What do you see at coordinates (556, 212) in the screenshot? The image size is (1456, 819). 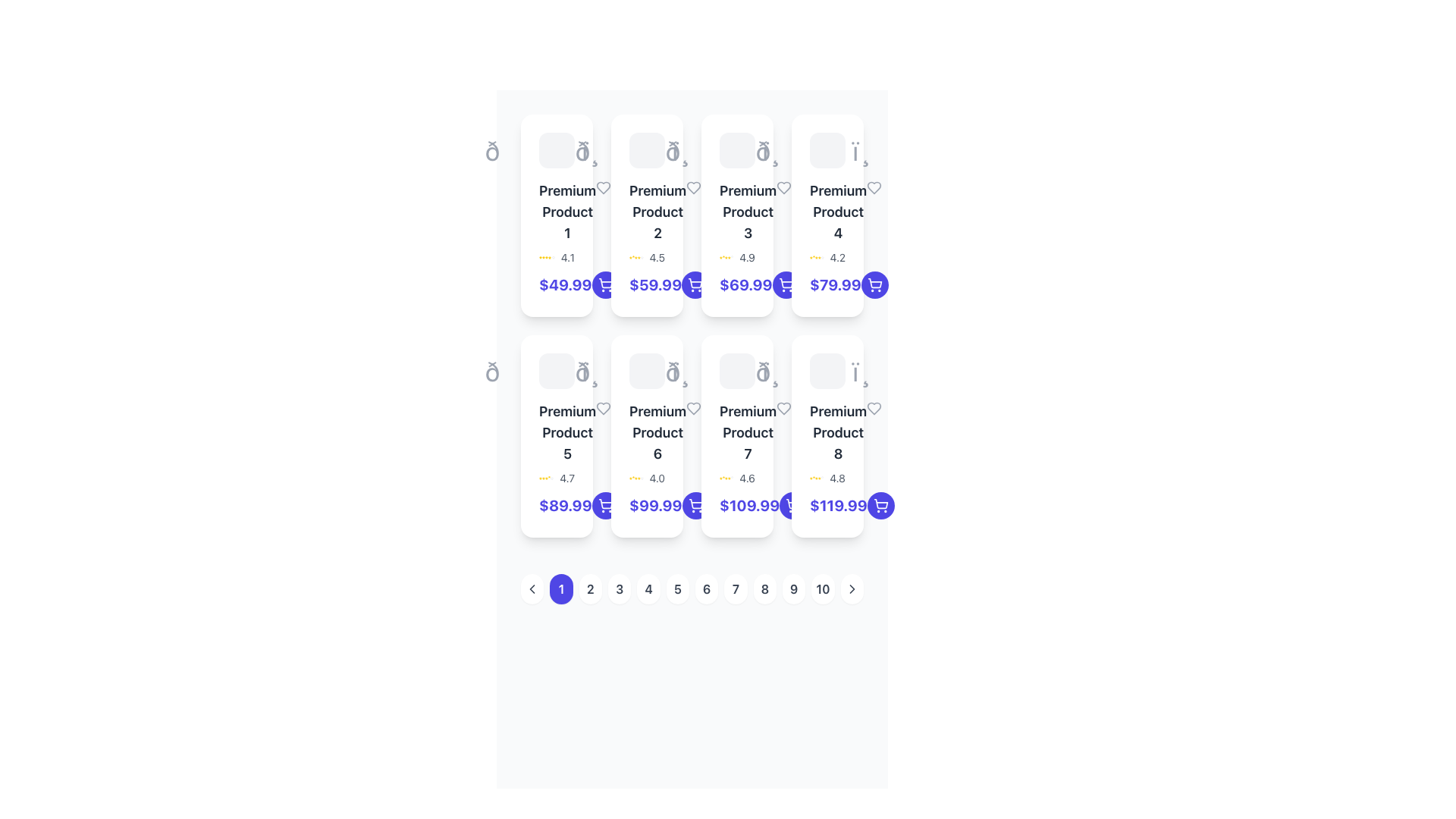 I see `the product name Text label located in the upper left corner of the product grid, specifically in the first cell of the first row` at bounding box center [556, 212].